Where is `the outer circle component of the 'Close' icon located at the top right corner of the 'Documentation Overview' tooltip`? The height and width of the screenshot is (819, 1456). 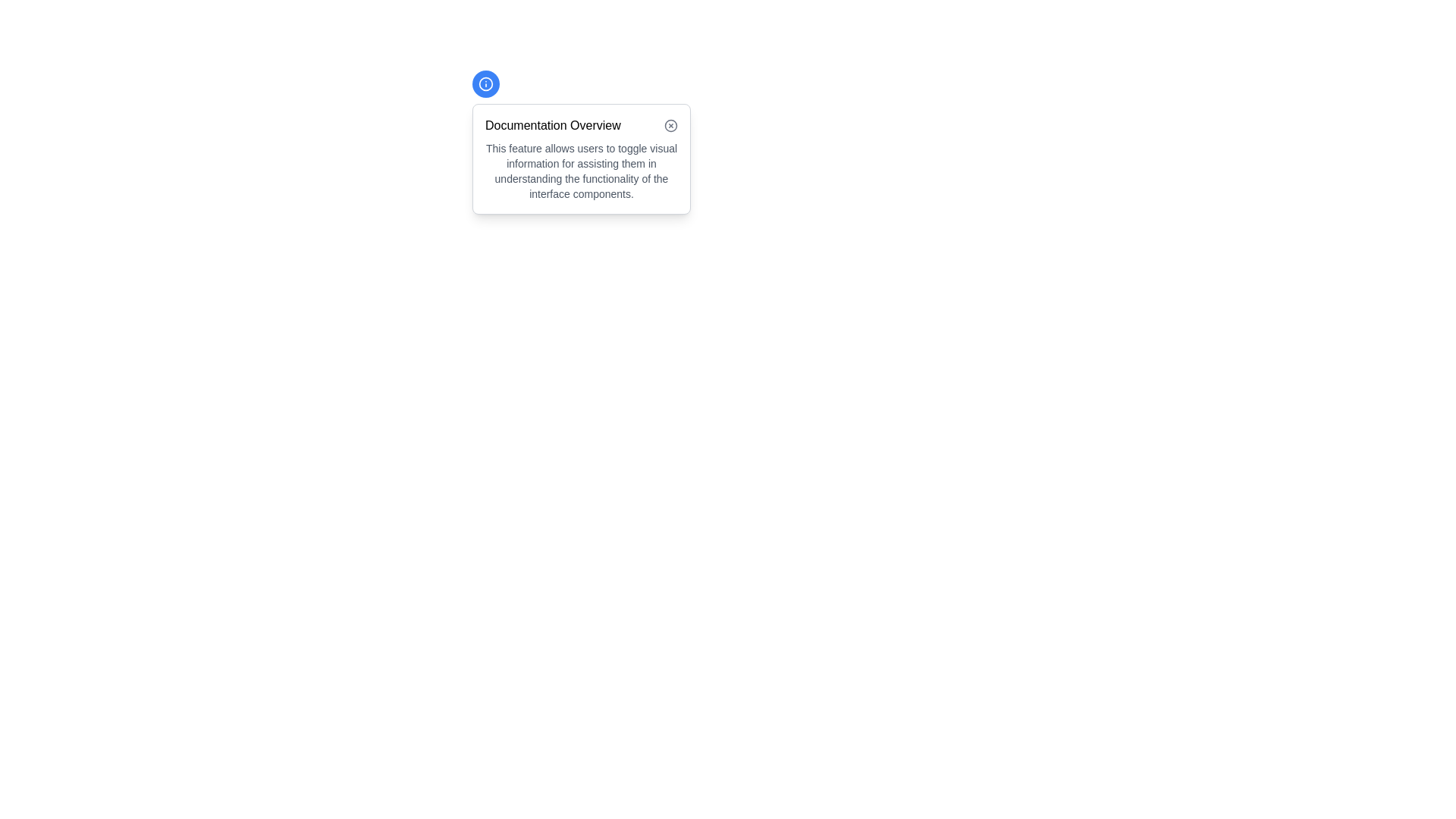
the outer circle component of the 'Close' icon located at the top right corner of the 'Documentation Overview' tooltip is located at coordinates (670, 124).